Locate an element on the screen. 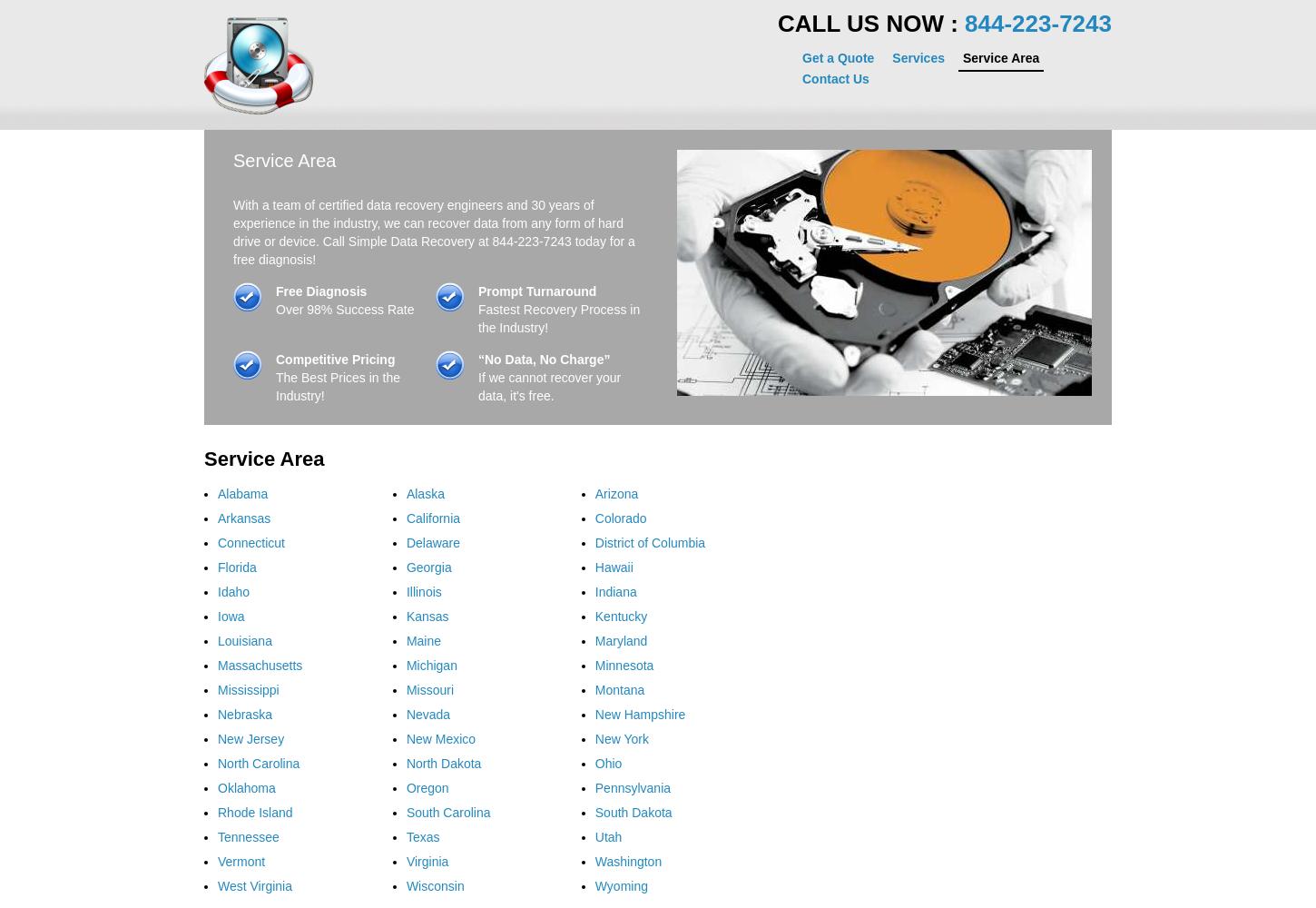 Image resolution: width=1316 pixels, height=908 pixels. 'North Carolina' is located at coordinates (259, 763).